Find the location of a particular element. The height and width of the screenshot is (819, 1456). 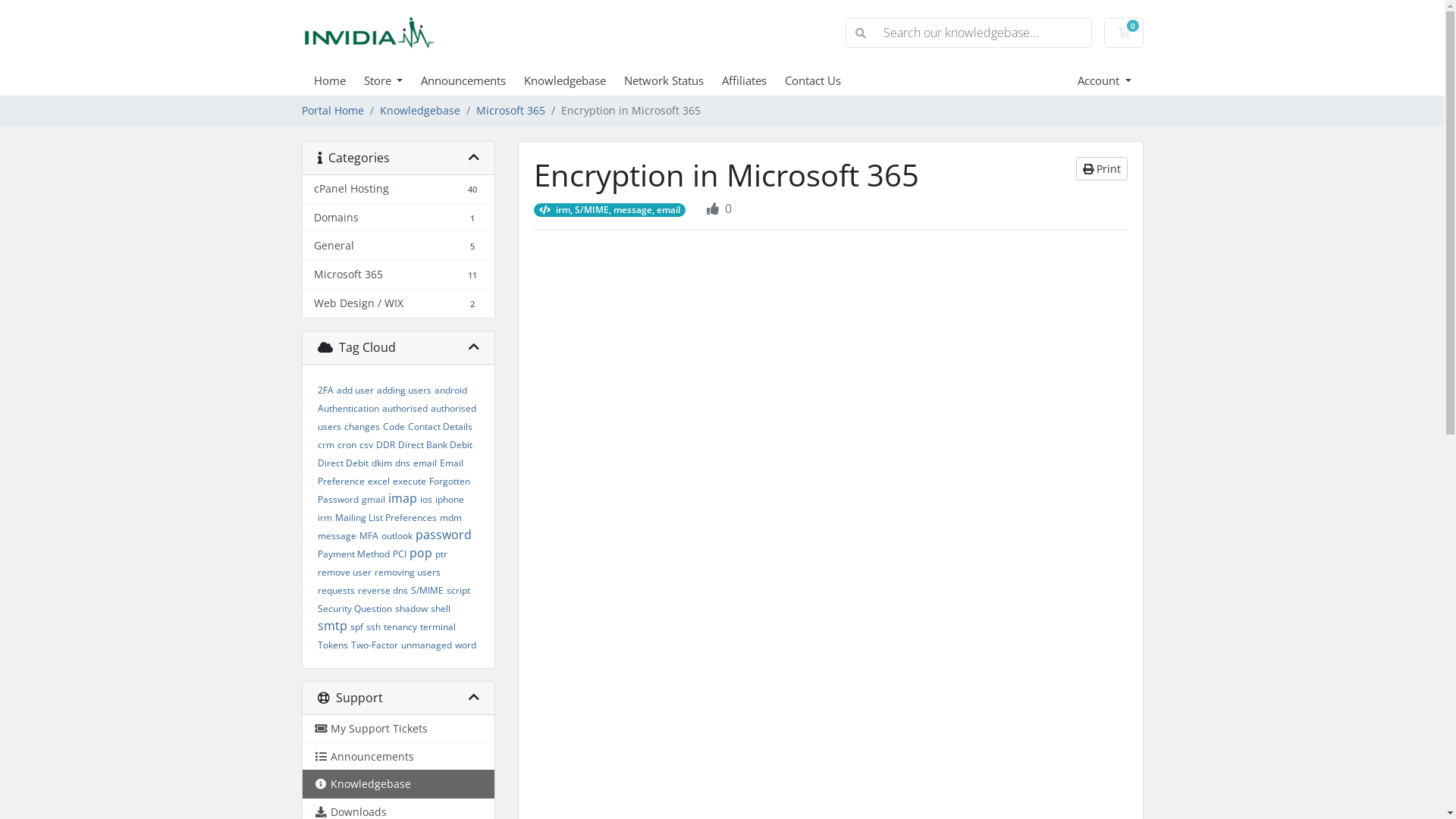

'Print' is located at coordinates (1100, 168).